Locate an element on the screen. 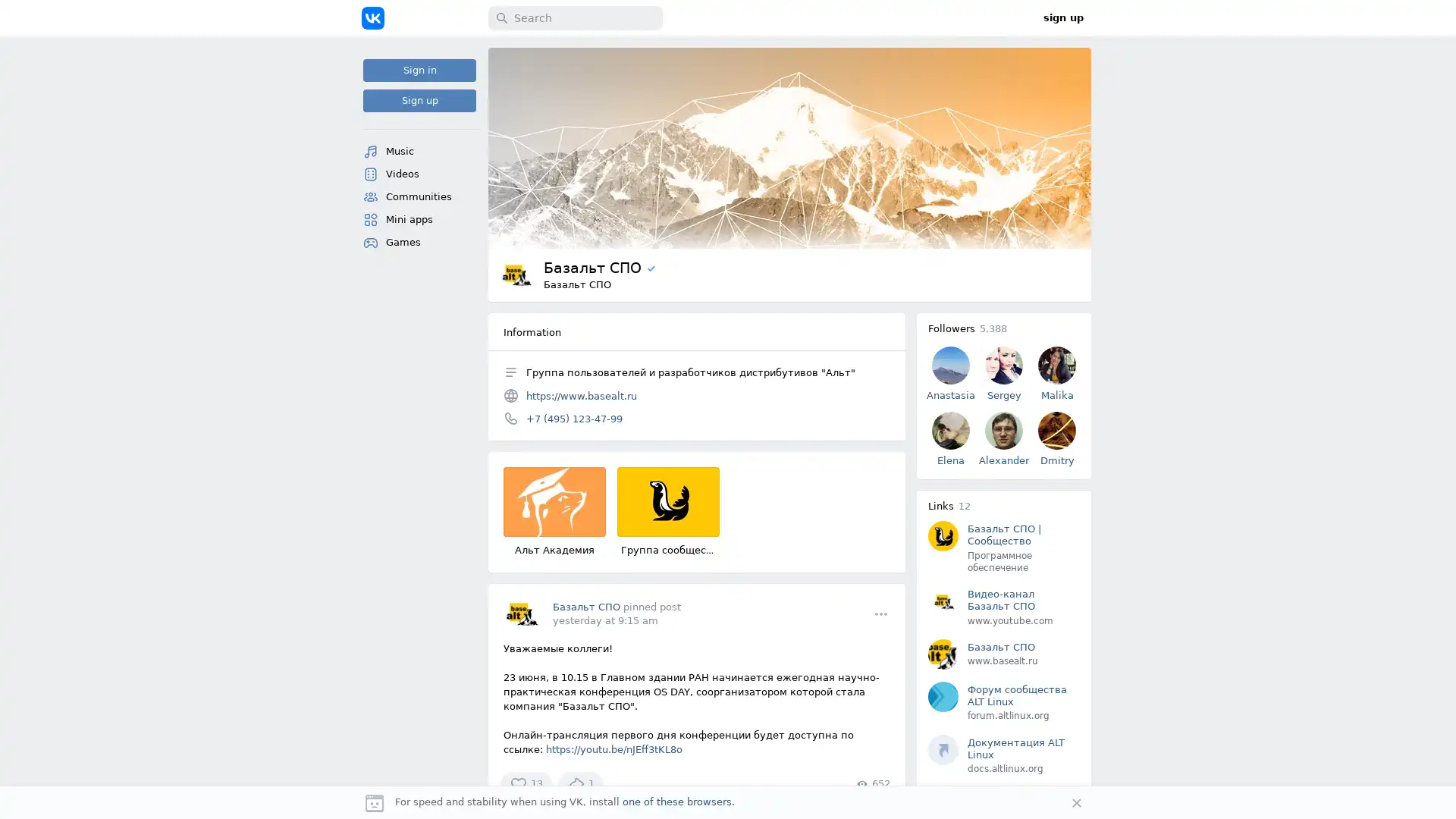 This screenshot has width=1456, height=819. Close is located at coordinates (1076, 802).